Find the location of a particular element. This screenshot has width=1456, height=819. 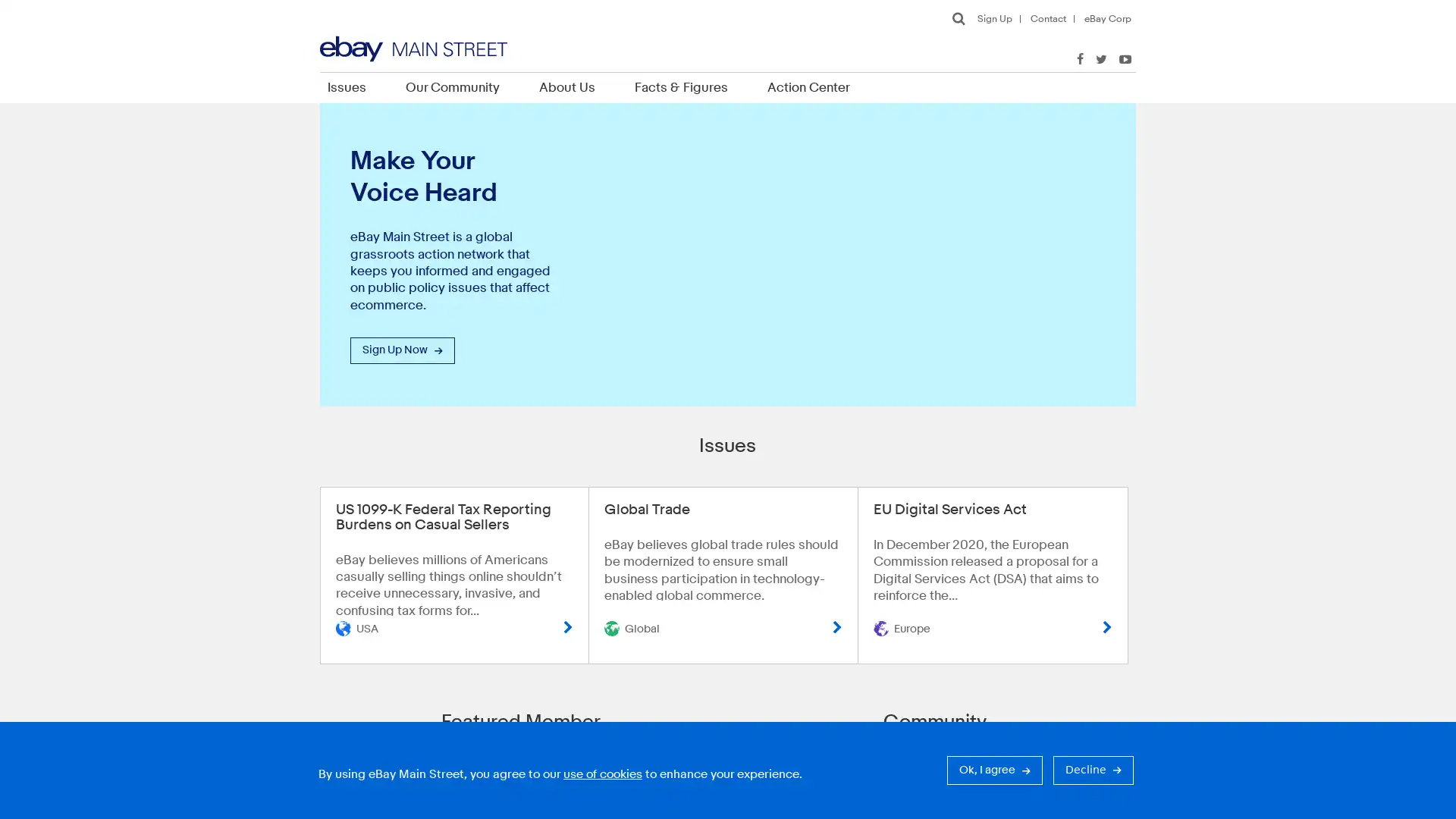

Ok, I agree is located at coordinates (994, 770).